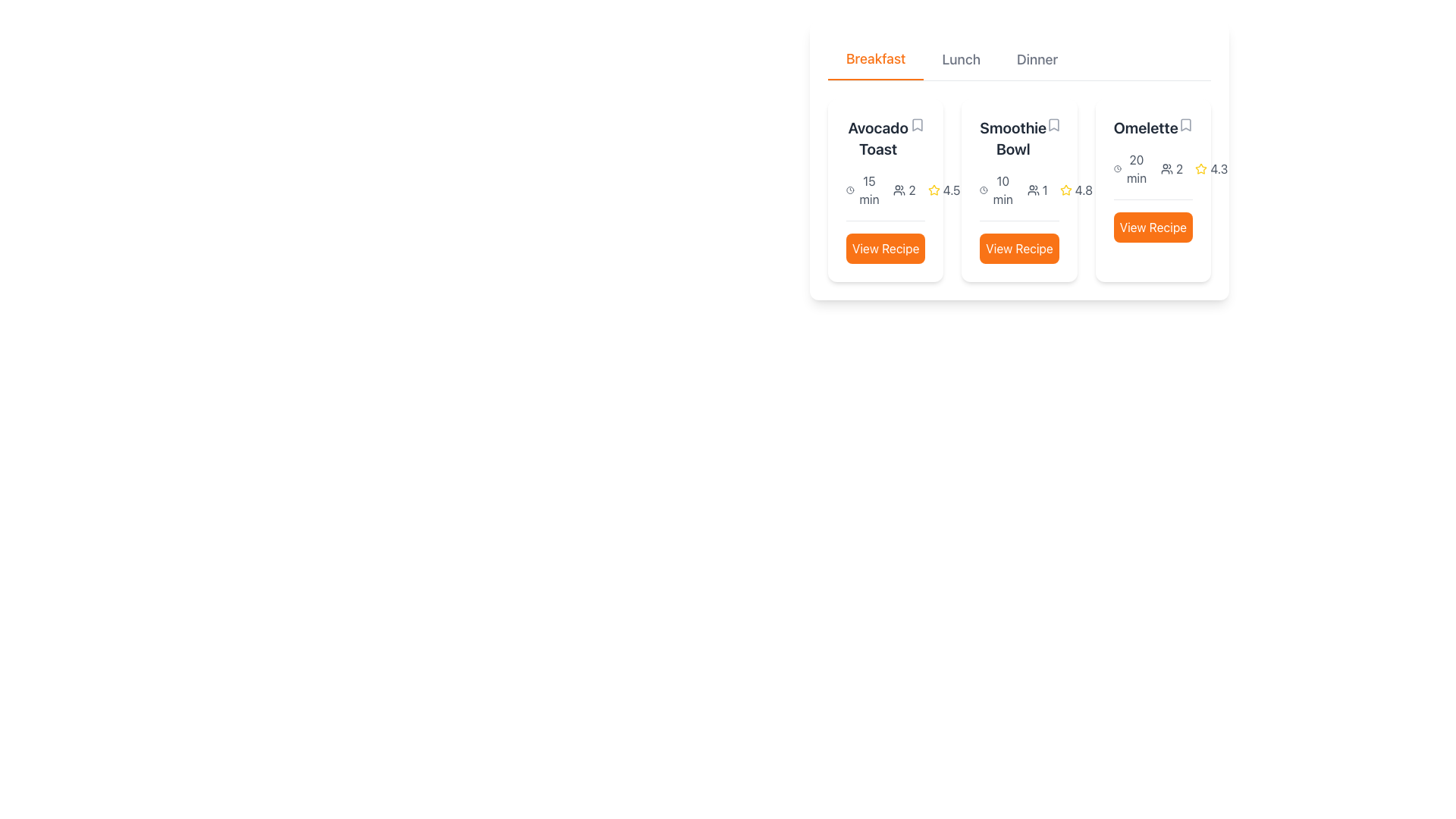 The image size is (1456, 819). What do you see at coordinates (933, 189) in the screenshot?
I see `the star icon representing the rating component located in the second card (Smoothie Bowl) under the Breakfast section, positioned to the right of the user count indicator and left of the numeric rating (4.5)` at bounding box center [933, 189].